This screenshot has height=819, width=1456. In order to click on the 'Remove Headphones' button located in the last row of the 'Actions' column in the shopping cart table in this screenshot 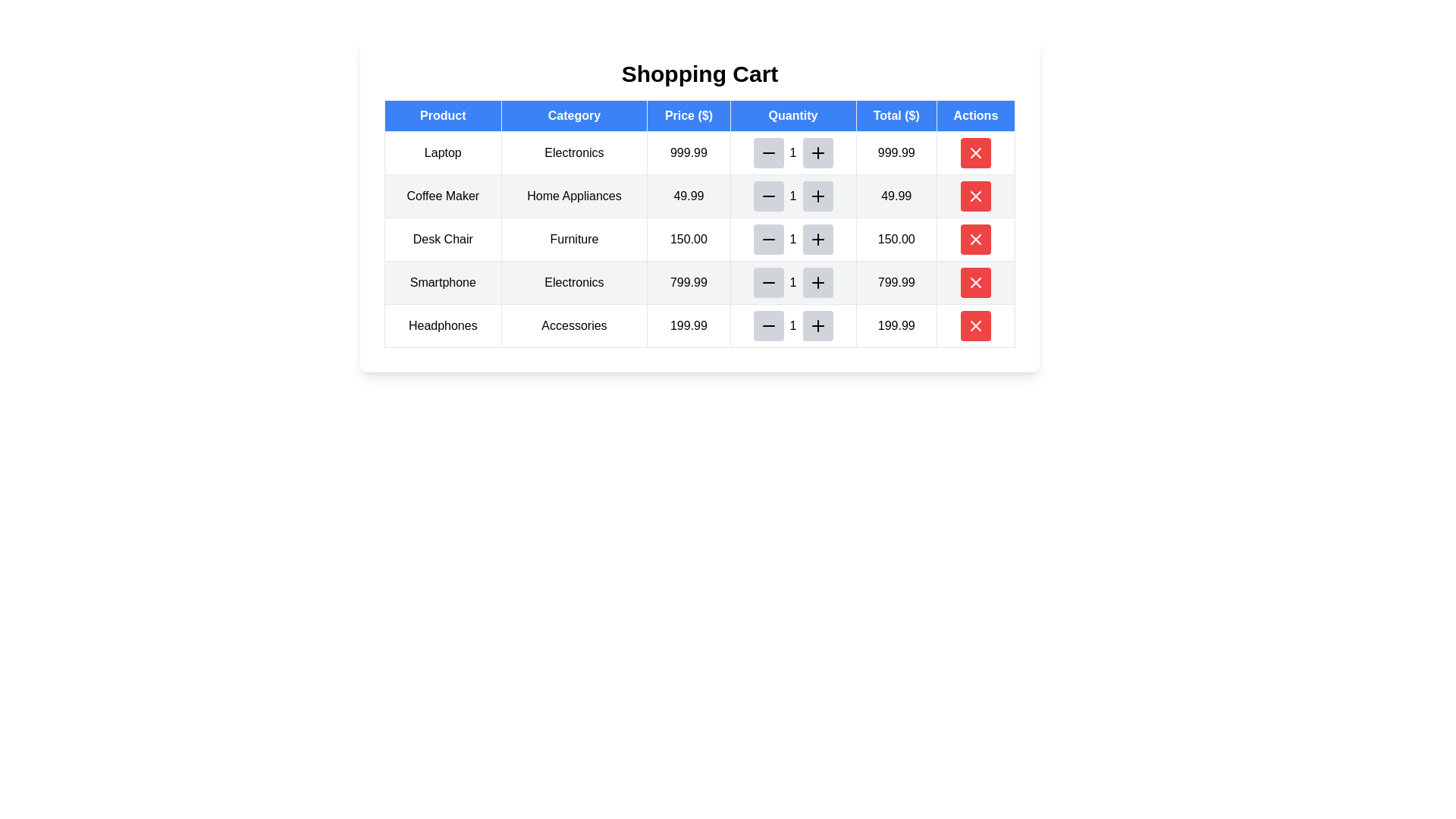, I will do `click(975, 325)`.